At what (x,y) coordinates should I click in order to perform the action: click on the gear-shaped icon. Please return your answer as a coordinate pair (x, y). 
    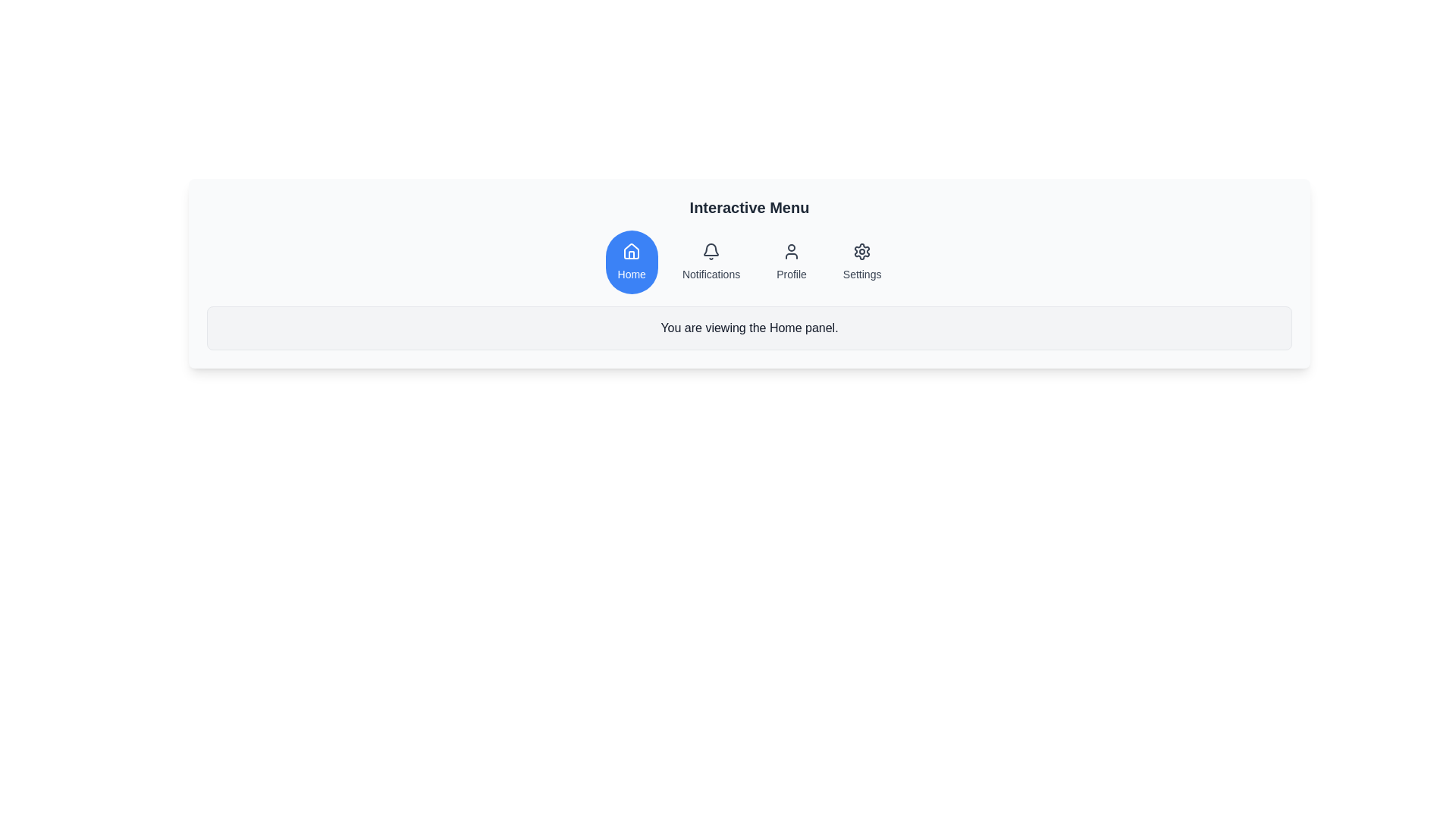
    Looking at the image, I should click on (862, 250).